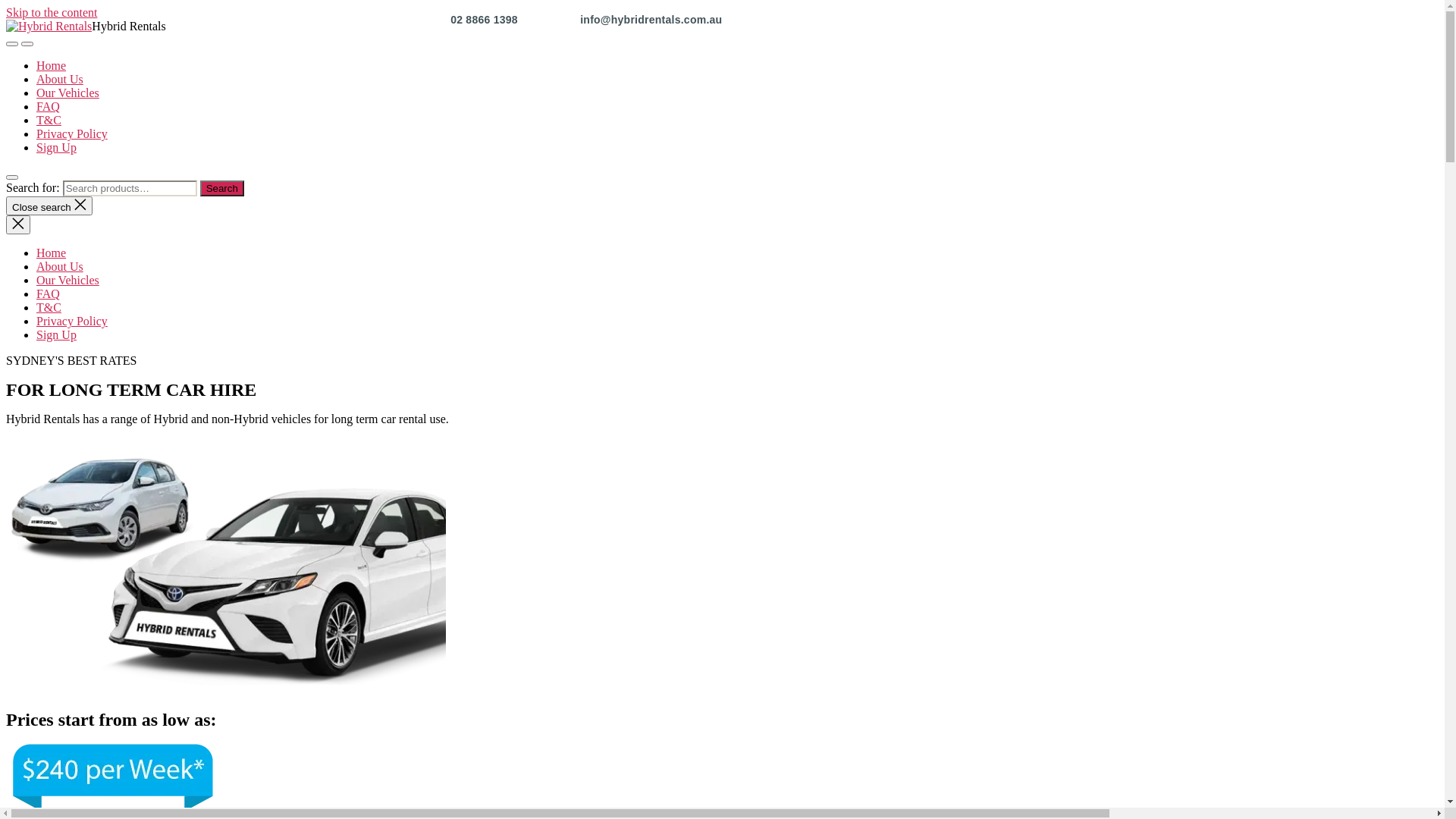 The image size is (1456, 819). I want to click on 'About Us', so click(59, 79).